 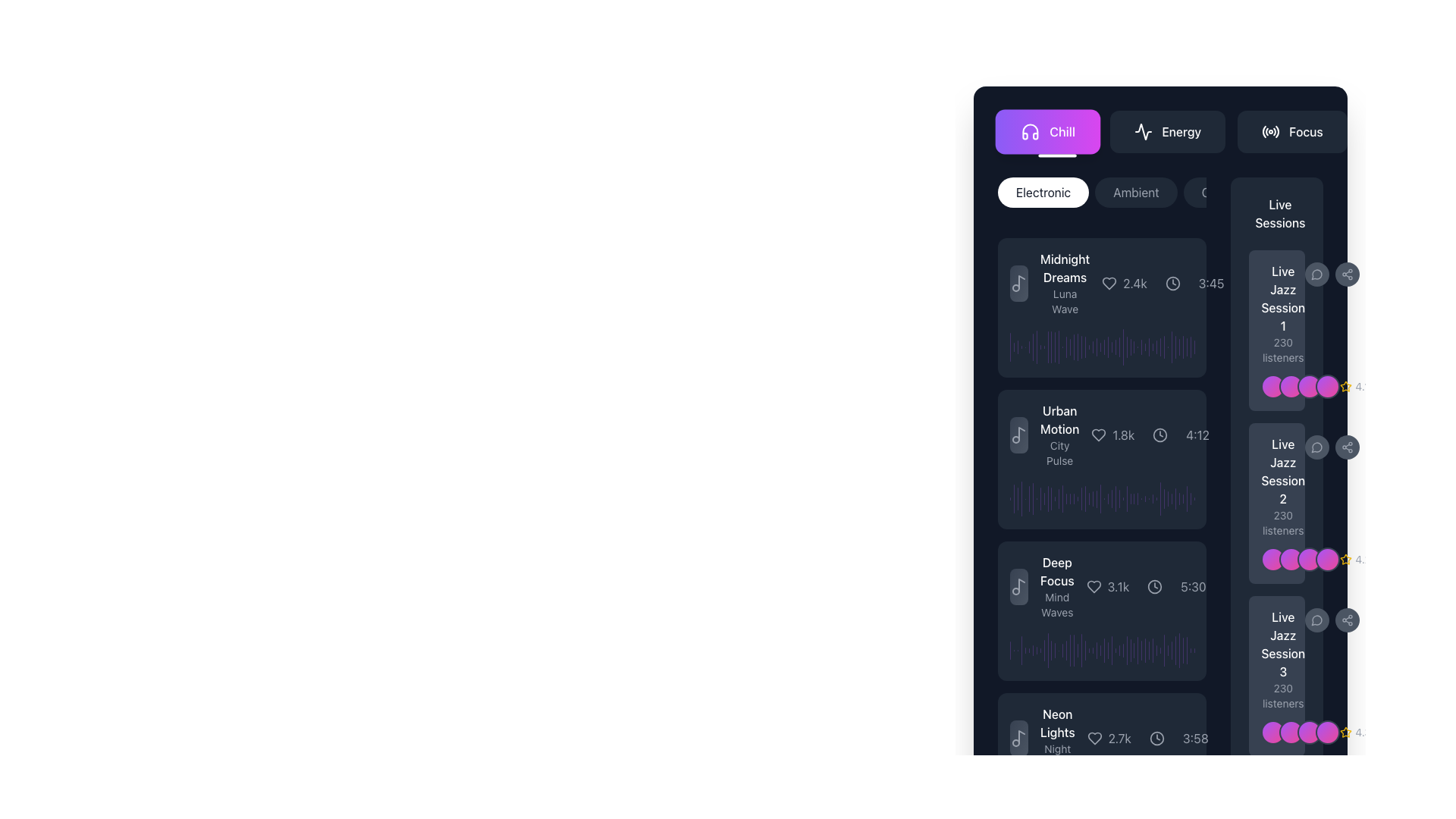 I want to click on the speech bubble icon located in the bottom right corner of the 'Live Jazz Session 3' card, which is part of the interactive icons for user engagement, so click(x=1332, y=620).